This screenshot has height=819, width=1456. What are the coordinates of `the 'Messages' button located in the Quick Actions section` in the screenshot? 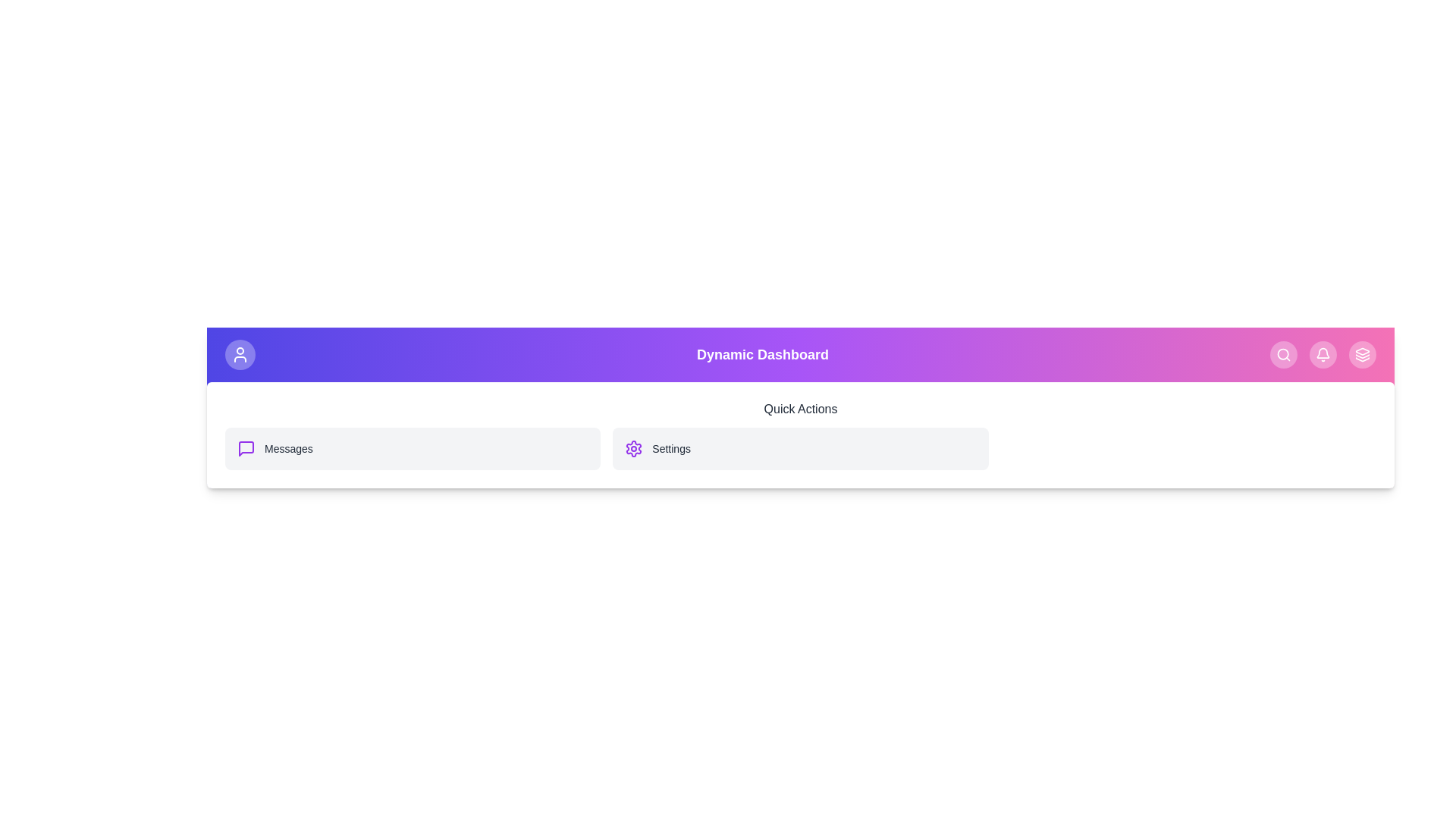 It's located at (413, 447).